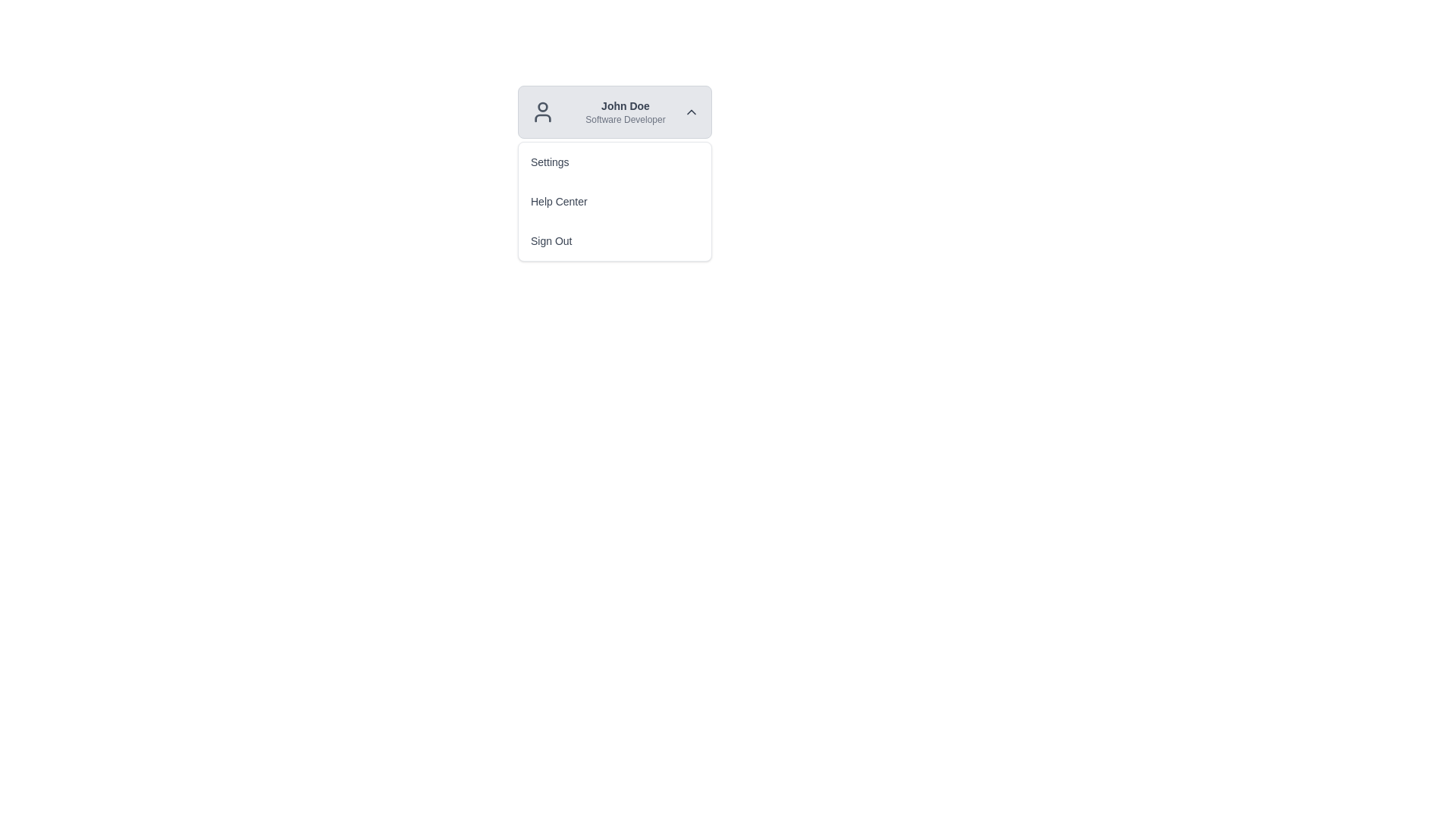 Image resolution: width=1456 pixels, height=819 pixels. I want to click on the upward-pointing chevron icon located at the top-right corner of the user profile card, adjacent to the text 'Software Developer', so click(691, 111).